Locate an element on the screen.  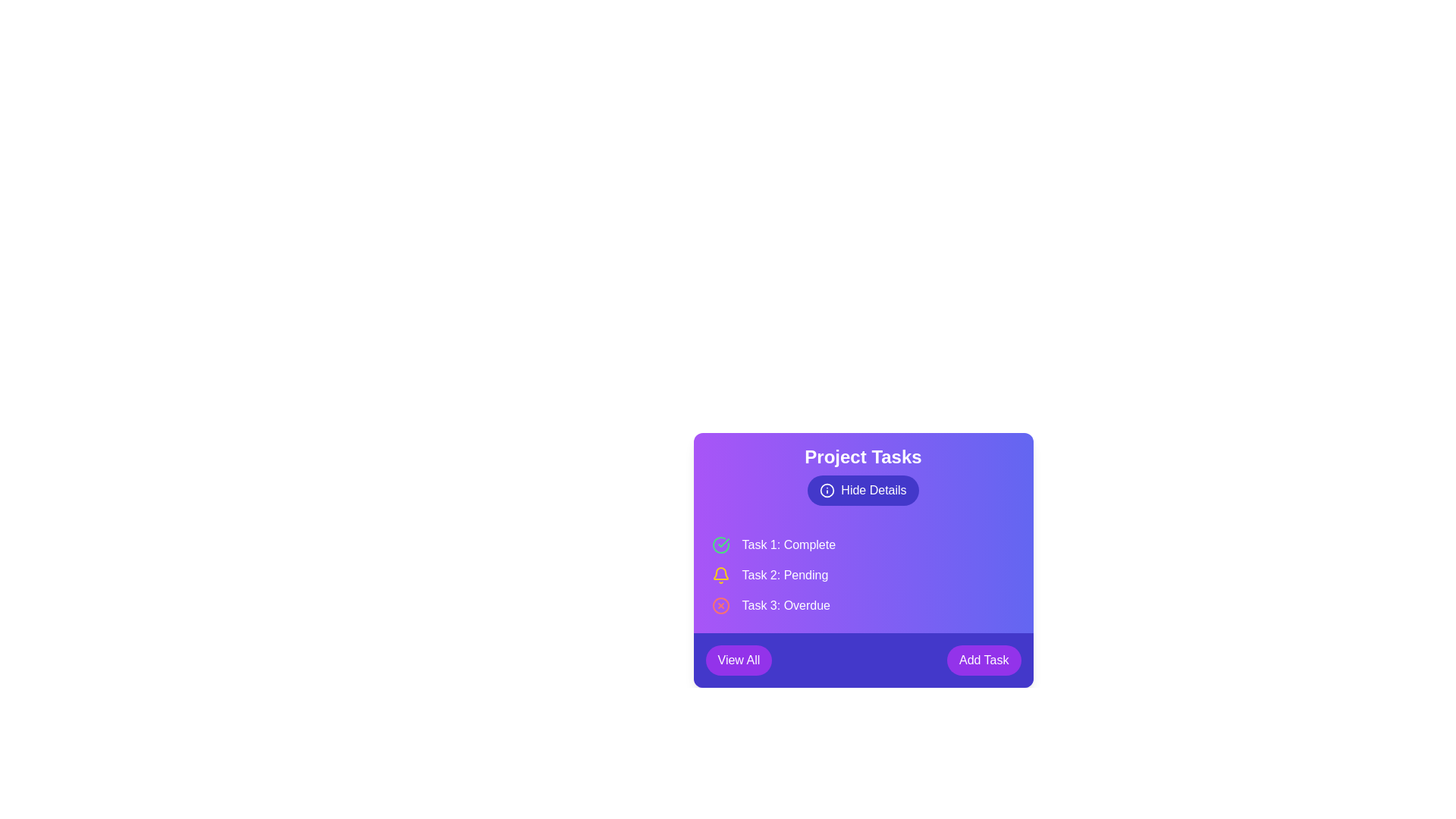
the 'Hide Details' button in the Composite UI element that introduces the task list is located at coordinates (863, 475).